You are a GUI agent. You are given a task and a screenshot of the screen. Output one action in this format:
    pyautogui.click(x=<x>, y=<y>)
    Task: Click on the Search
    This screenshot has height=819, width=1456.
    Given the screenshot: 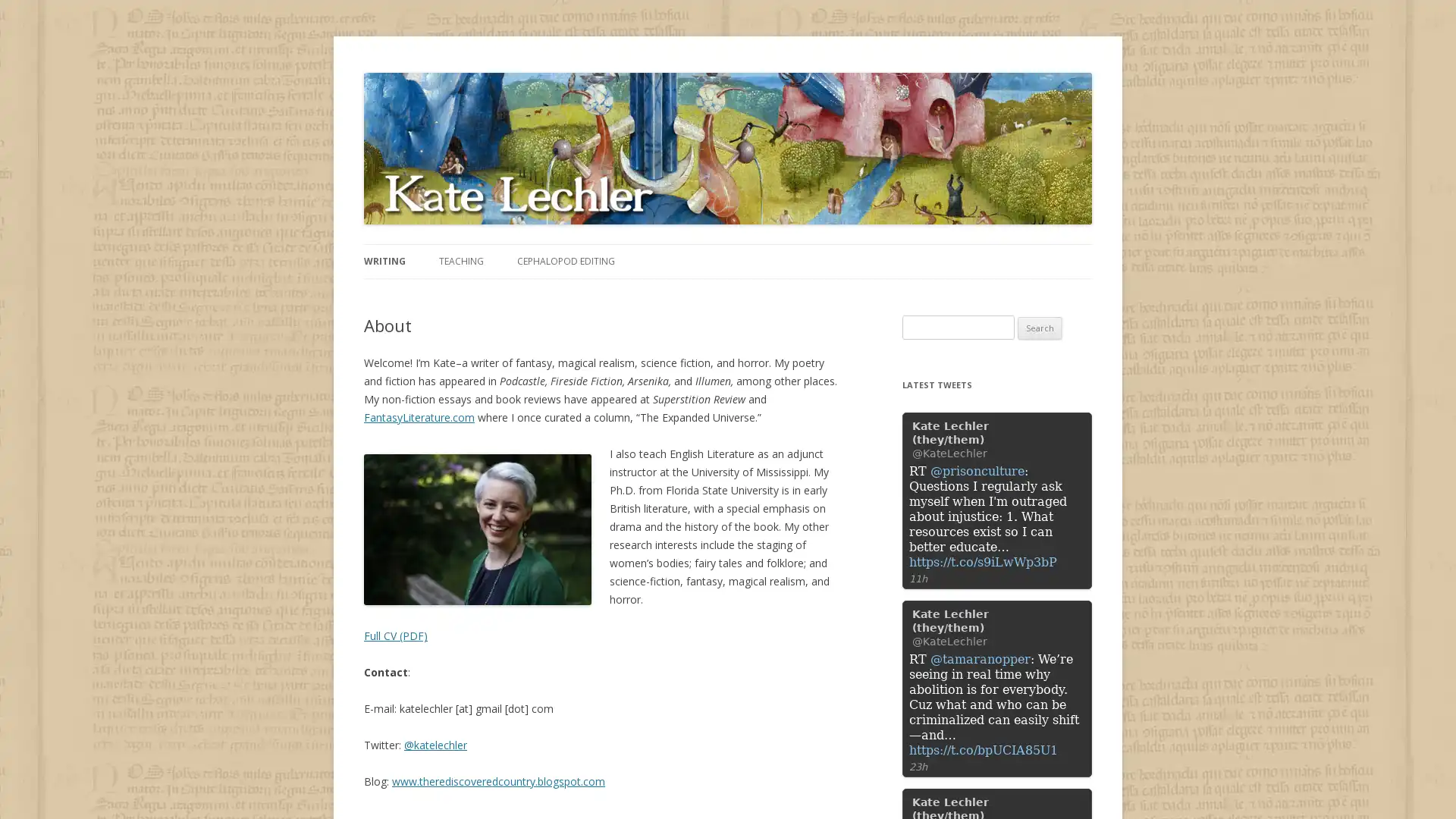 What is the action you would take?
    pyautogui.click(x=1039, y=327)
    